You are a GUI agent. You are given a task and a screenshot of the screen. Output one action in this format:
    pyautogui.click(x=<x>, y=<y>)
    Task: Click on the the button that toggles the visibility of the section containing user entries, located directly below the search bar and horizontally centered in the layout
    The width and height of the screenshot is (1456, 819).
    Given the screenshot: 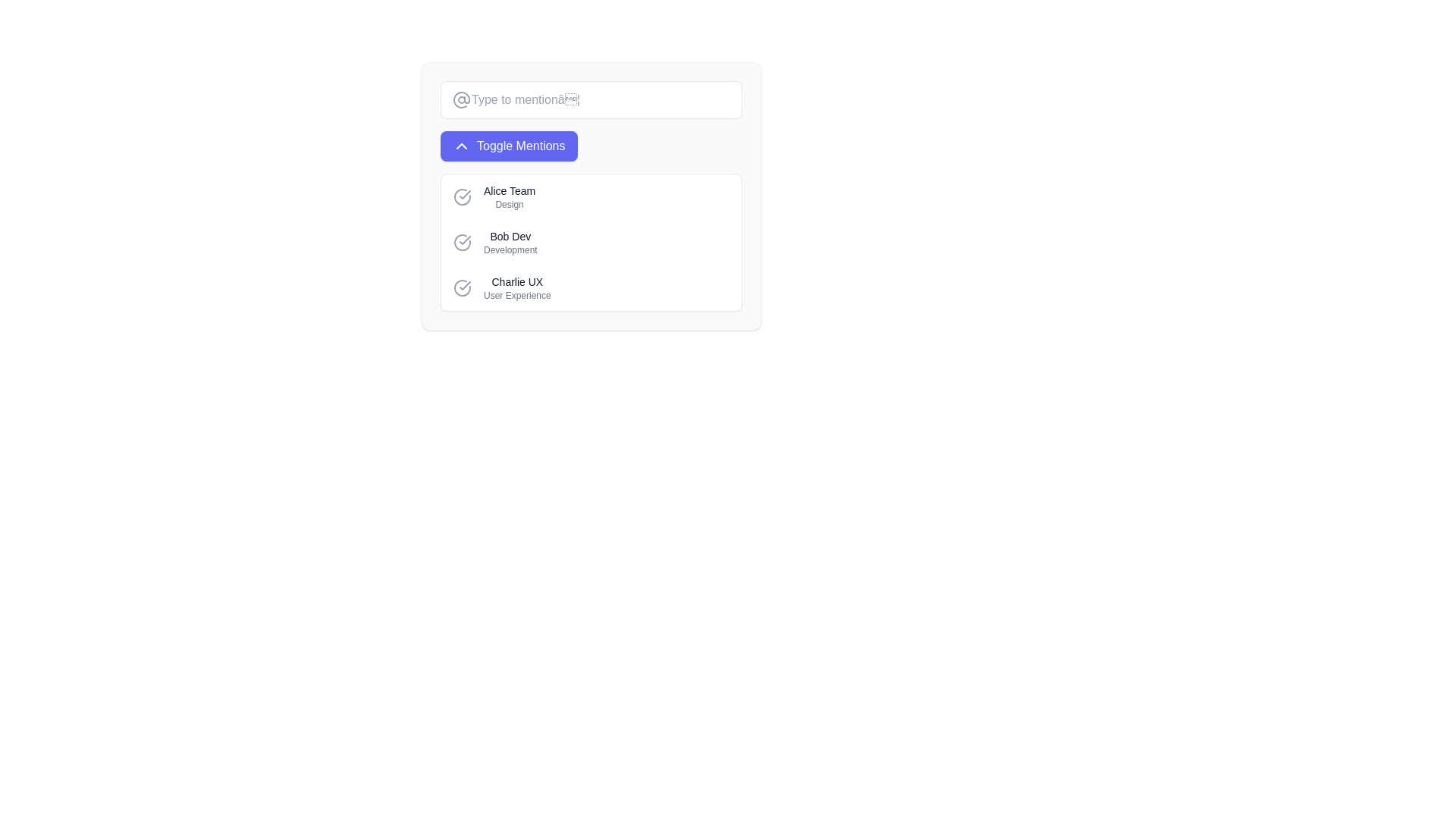 What is the action you would take?
    pyautogui.click(x=590, y=146)
    